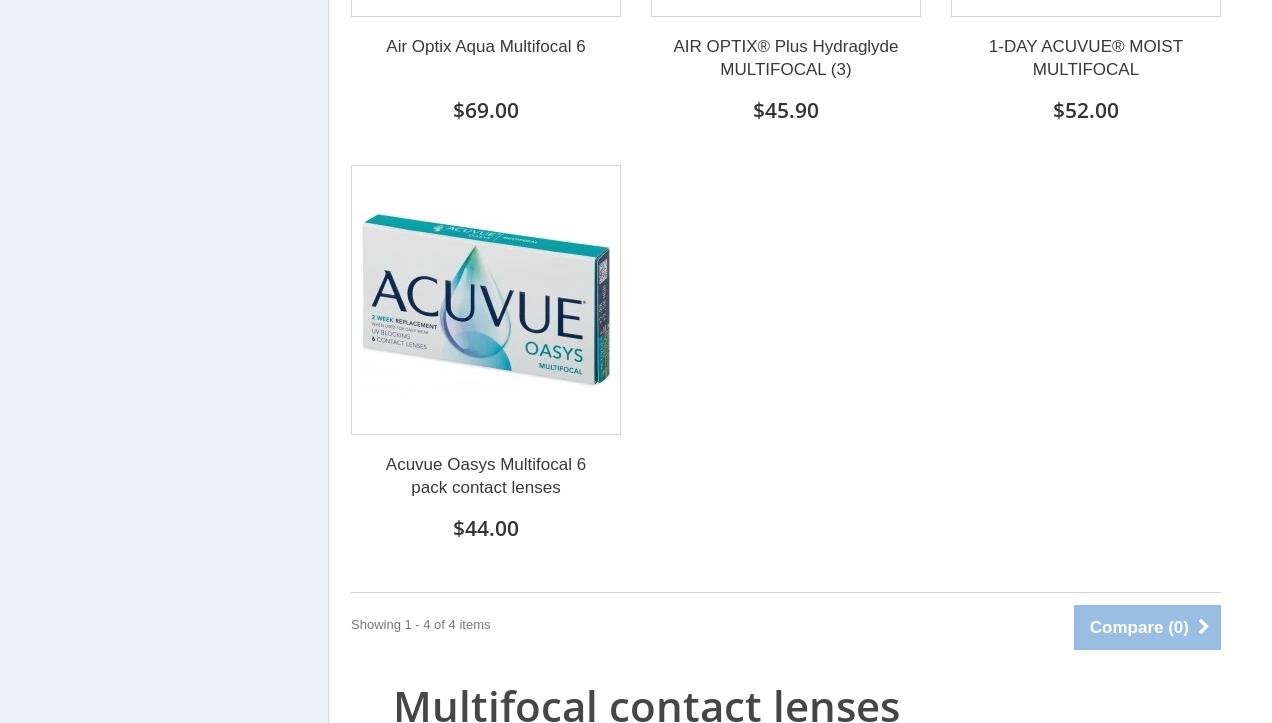 The height and width of the screenshot is (723, 1272). I want to click on ')', so click(1181, 626).